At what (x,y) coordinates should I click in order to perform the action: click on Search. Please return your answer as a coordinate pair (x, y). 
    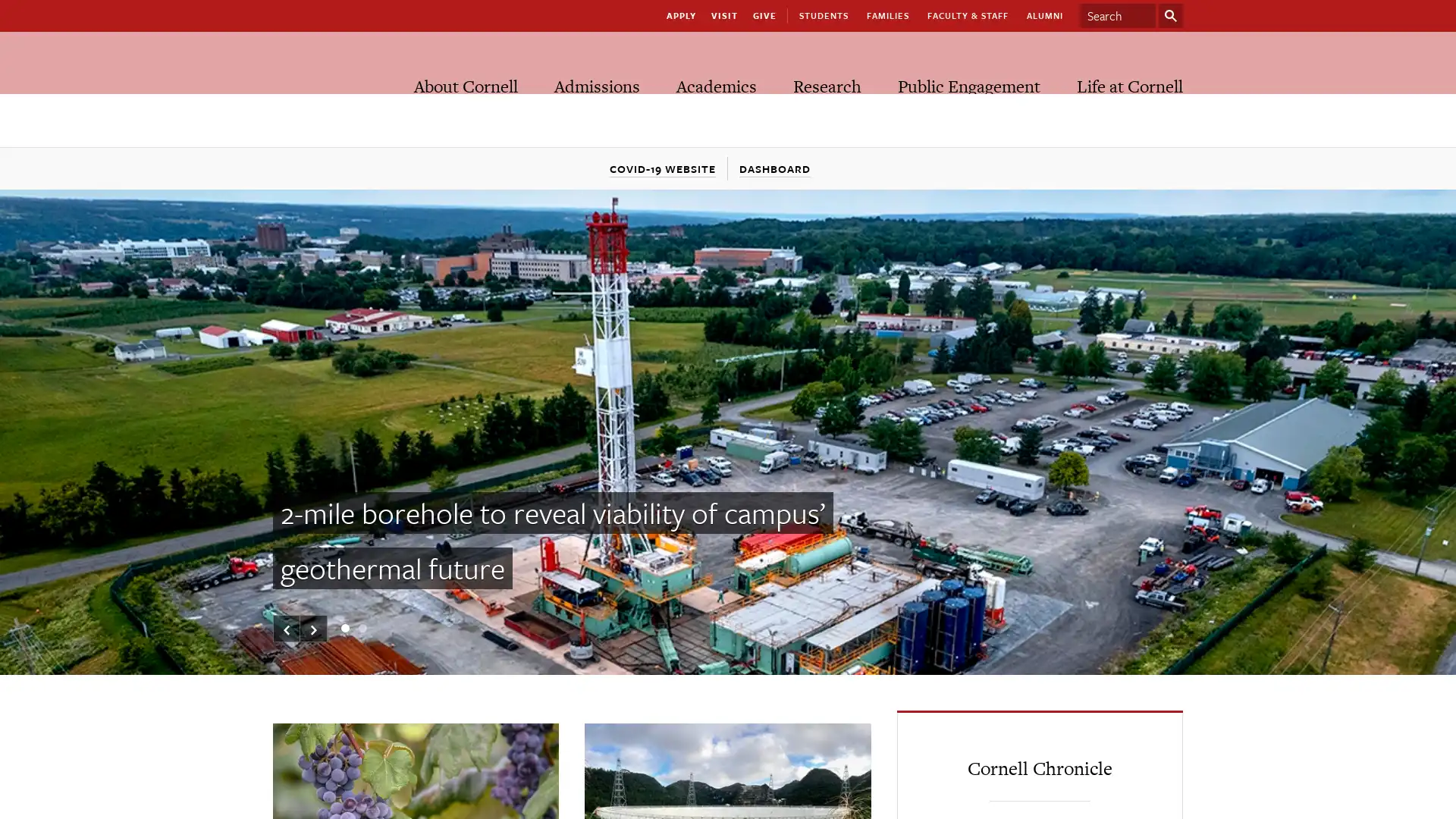
    Looking at the image, I should click on (1170, 15).